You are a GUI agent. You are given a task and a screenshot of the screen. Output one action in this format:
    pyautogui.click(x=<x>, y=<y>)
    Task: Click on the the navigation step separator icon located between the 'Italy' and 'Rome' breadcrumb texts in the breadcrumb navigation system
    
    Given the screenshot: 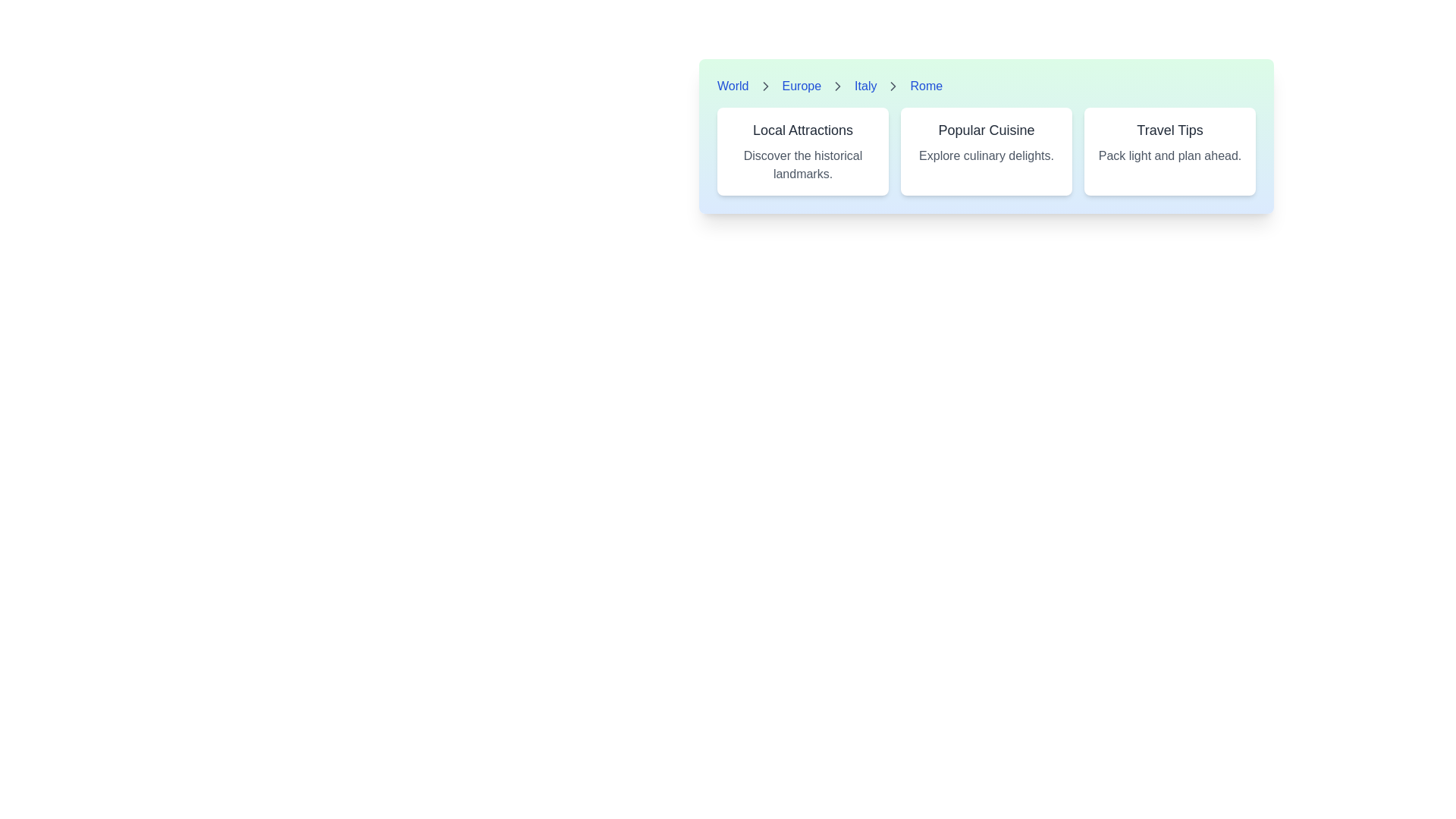 What is the action you would take?
    pyautogui.click(x=893, y=86)
    